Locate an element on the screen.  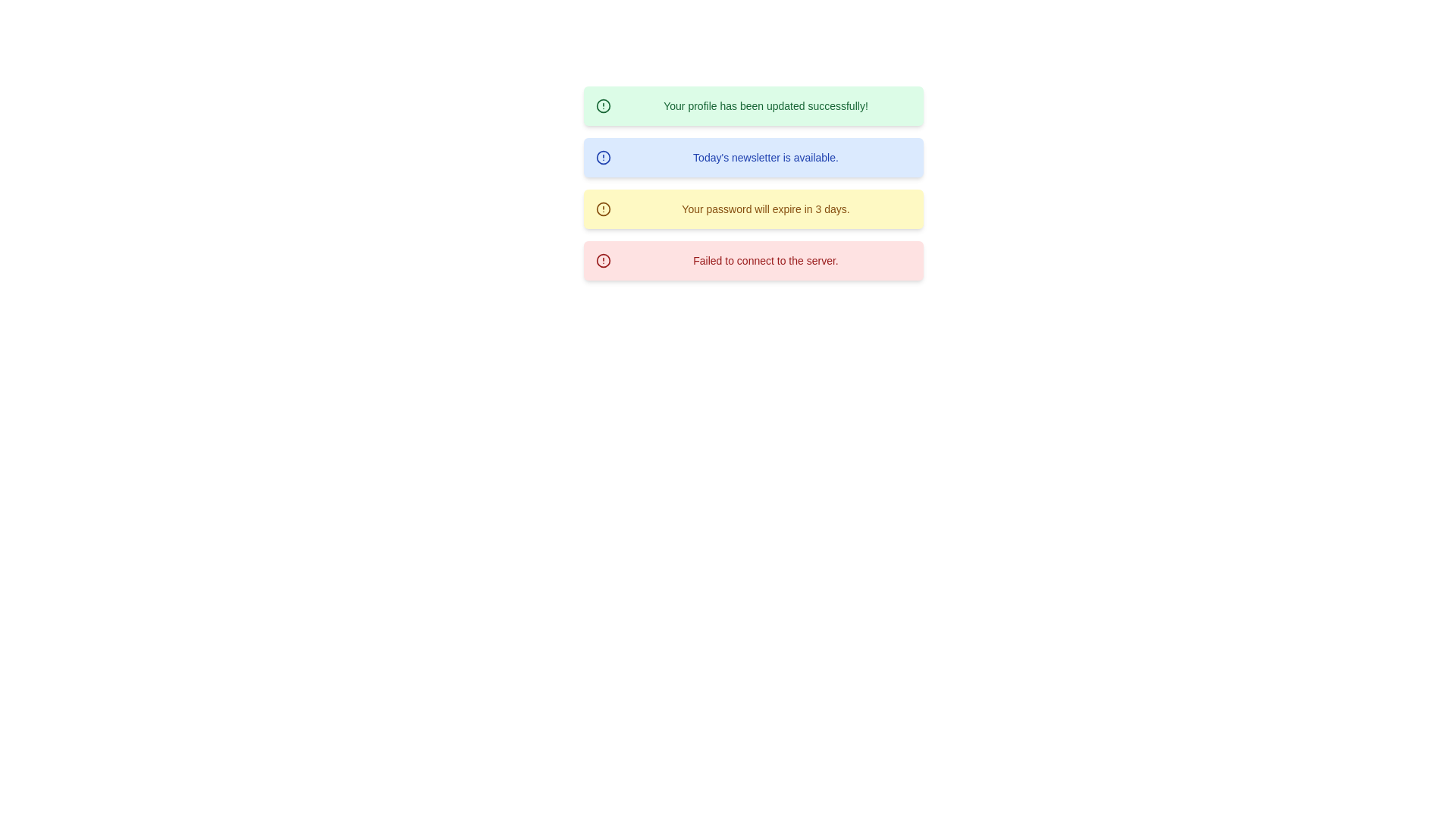
the Notification banner that alerts the user about the password expiration in three days is located at coordinates (753, 209).